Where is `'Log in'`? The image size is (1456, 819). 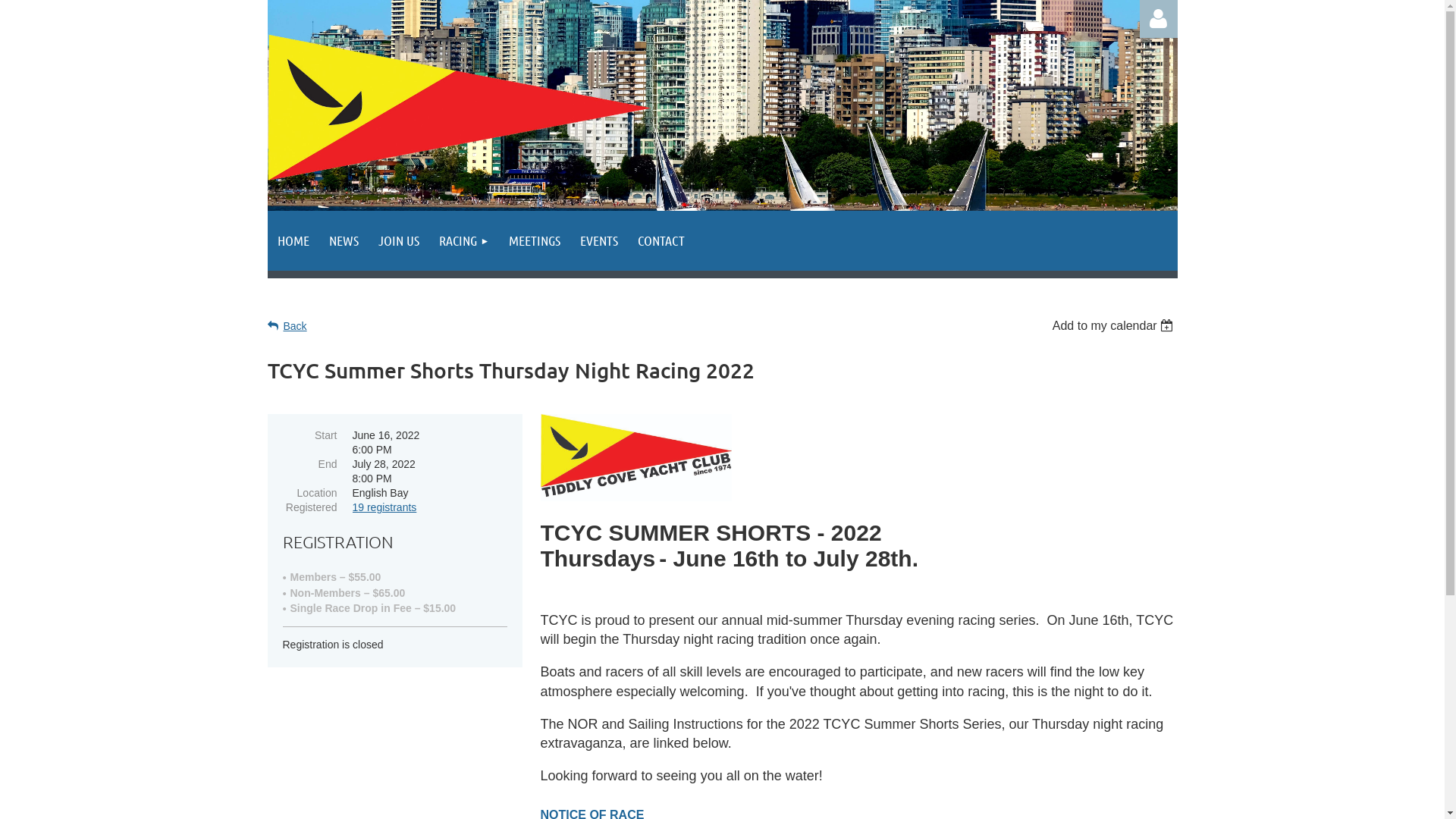 'Log in' is located at coordinates (1156, 18).